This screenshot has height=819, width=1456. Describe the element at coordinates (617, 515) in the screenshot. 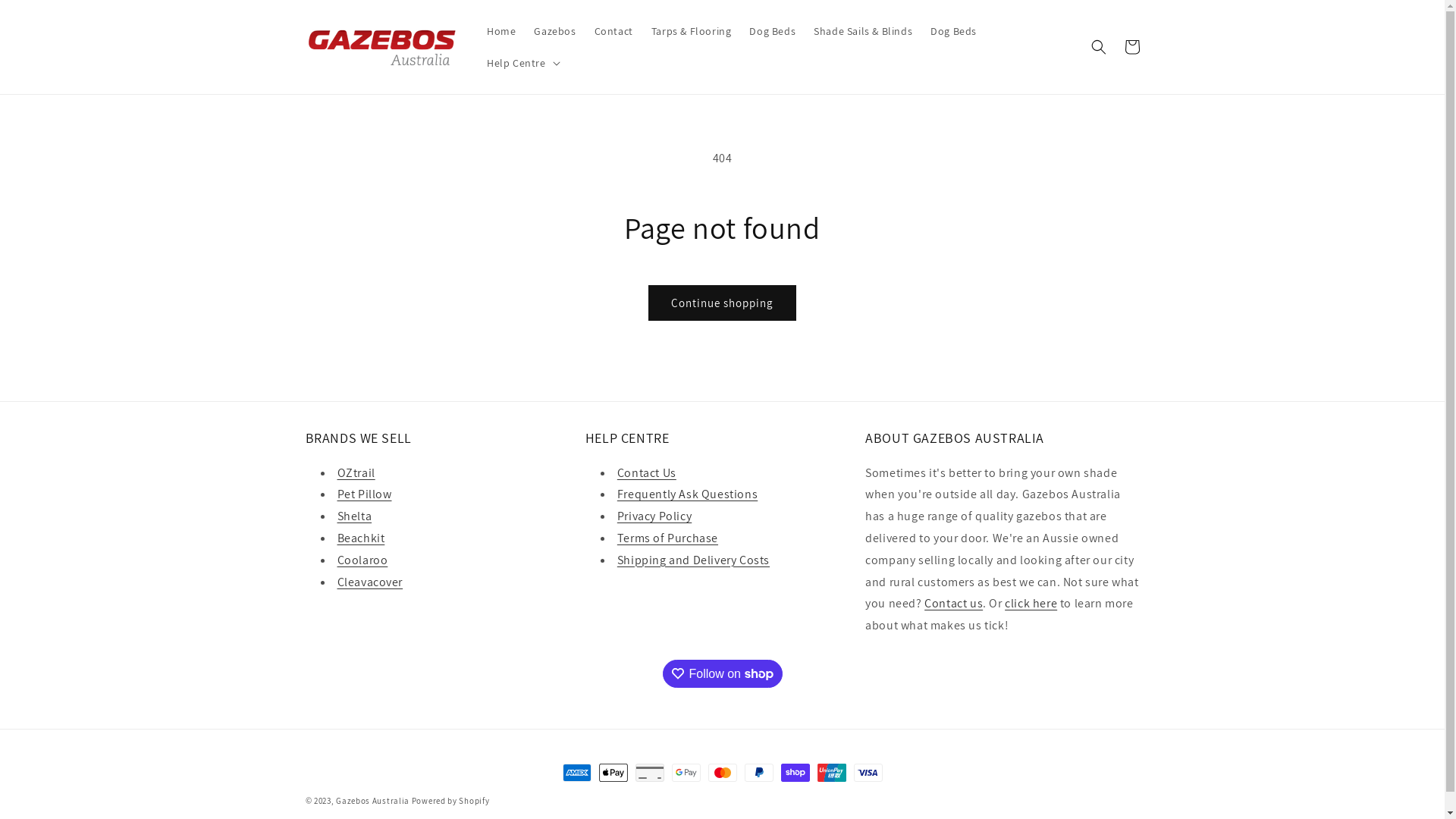

I see `'Privacy Policy'` at that location.